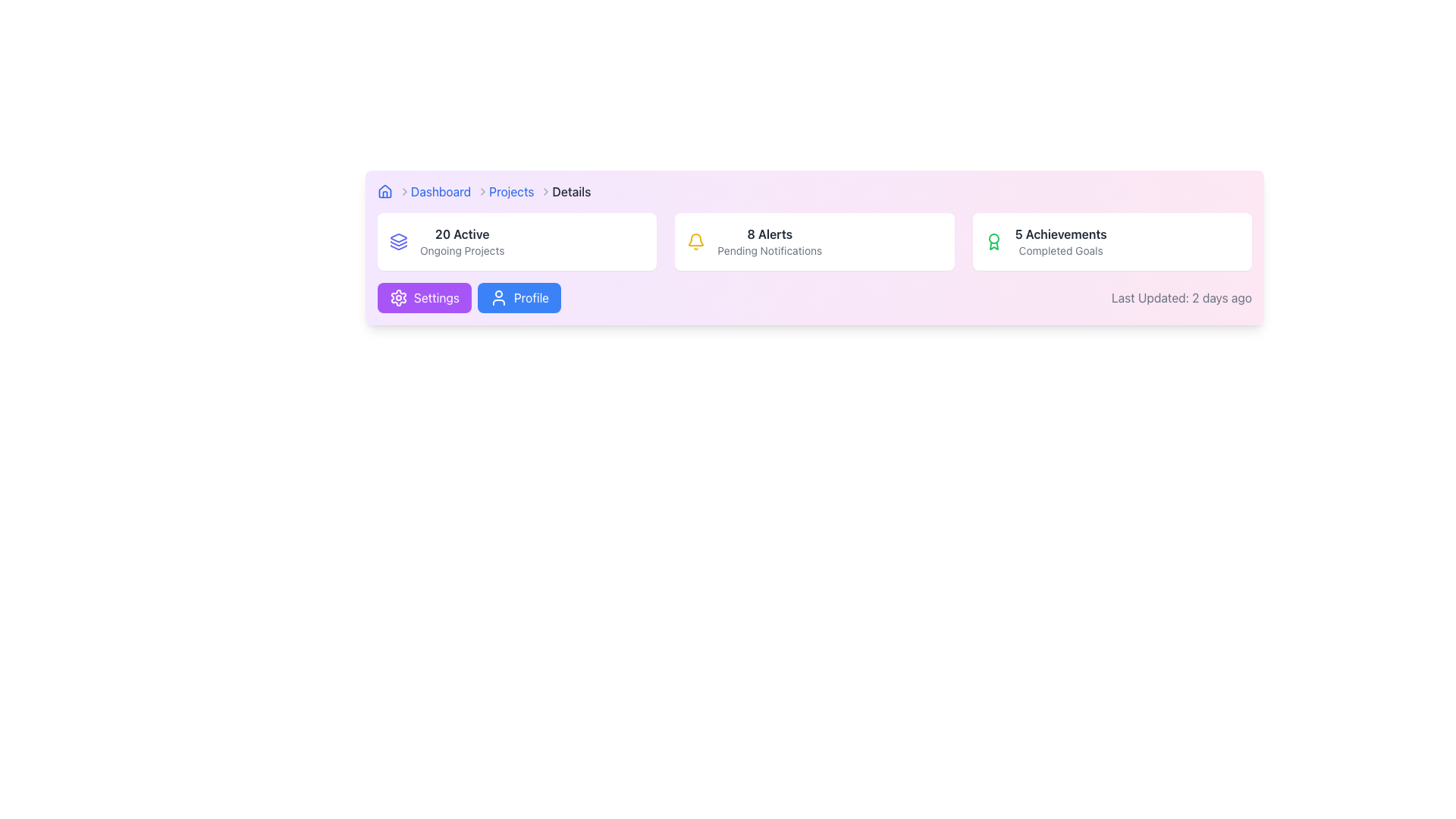  What do you see at coordinates (770, 250) in the screenshot?
I see `the 'Pending Notifications' text label, which is styled with a smaller font size and muted gray color, located beneath the '8 Alerts' text` at bounding box center [770, 250].